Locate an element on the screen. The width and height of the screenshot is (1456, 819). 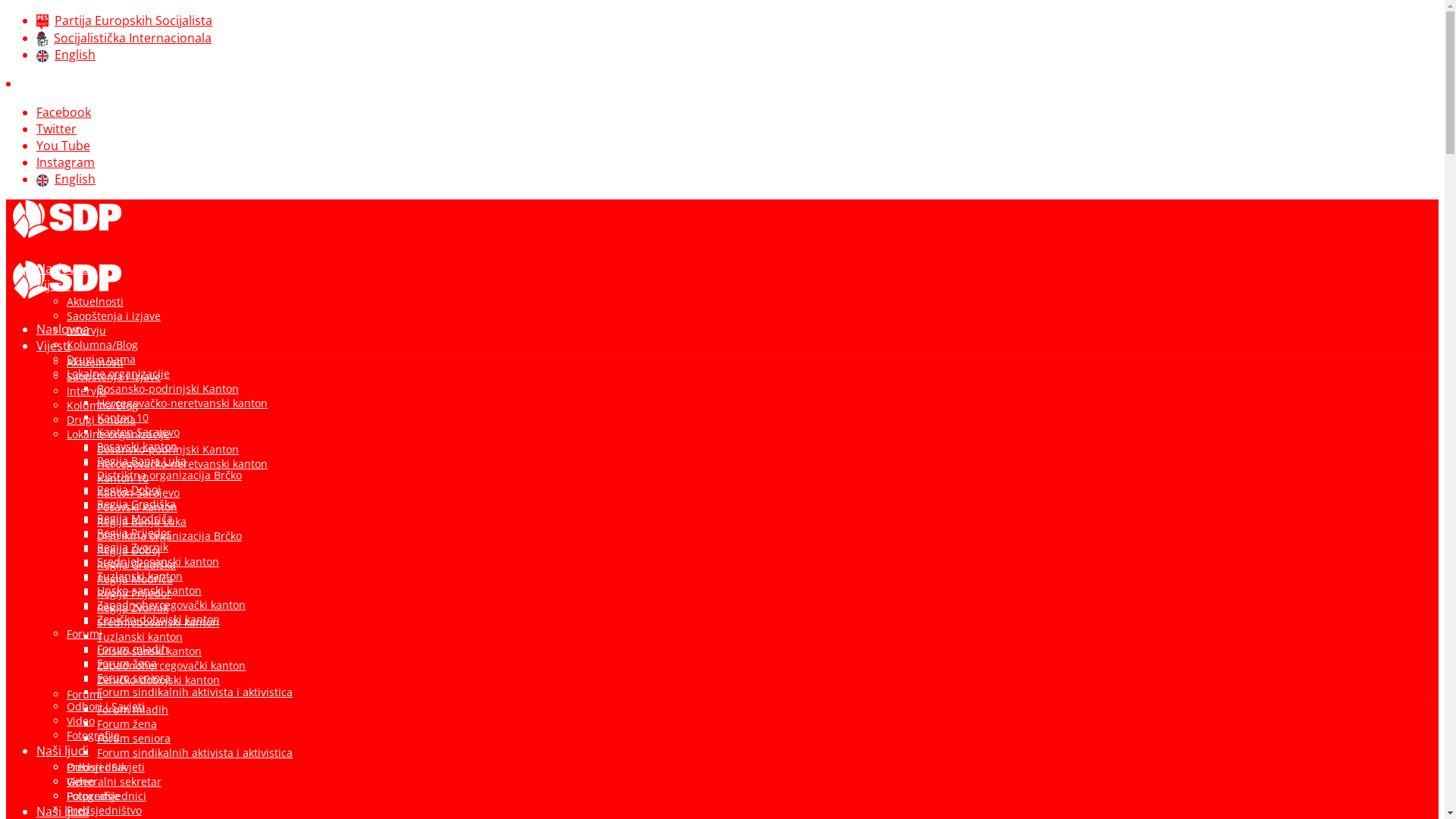
'Regija Doboj' is located at coordinates (128, 489).